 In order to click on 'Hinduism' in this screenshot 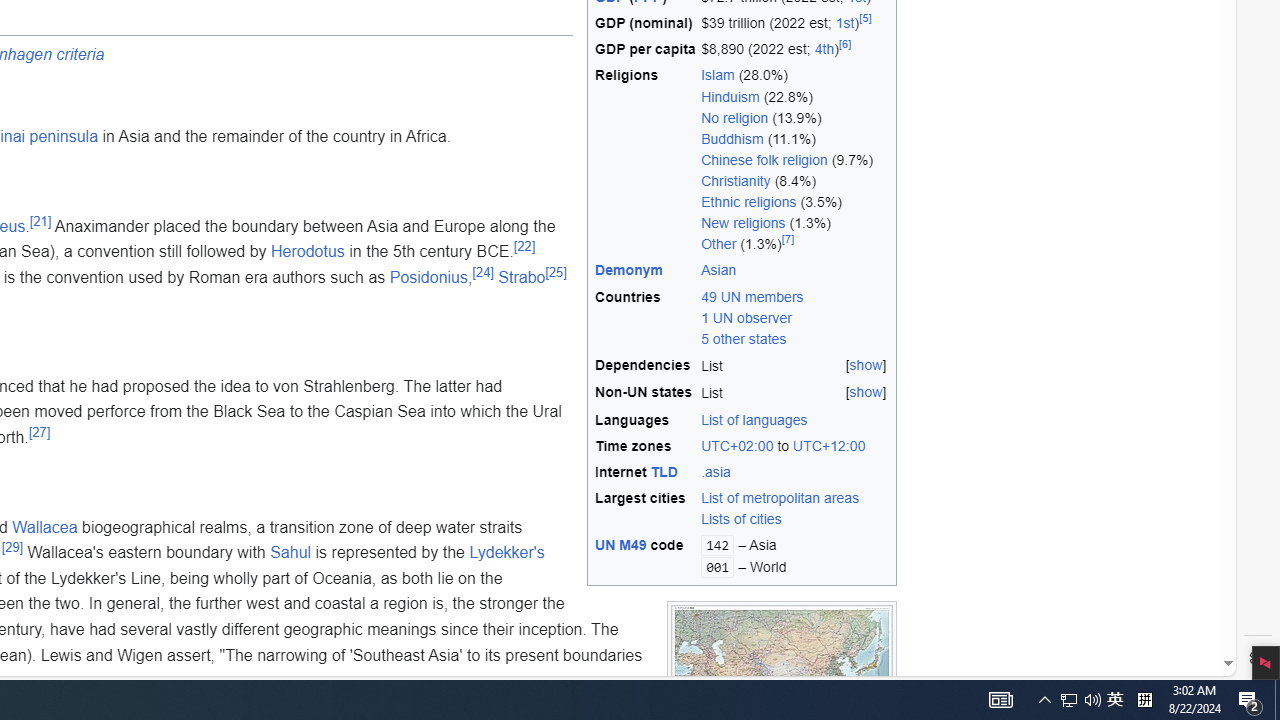, I will do `click(729, 96)`.